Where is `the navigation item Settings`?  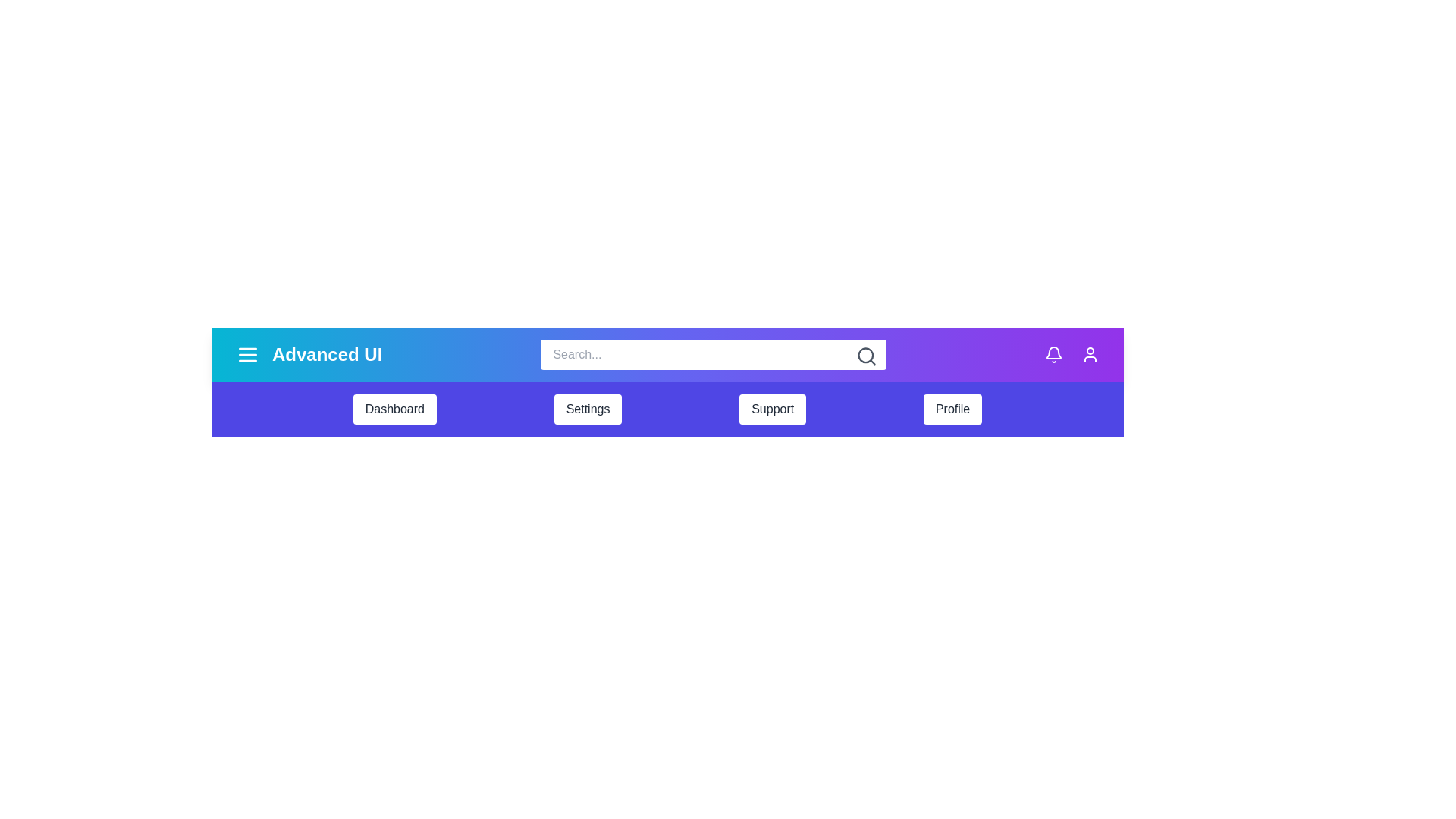 the navigation item Settings is located at coordinates (587, 409).